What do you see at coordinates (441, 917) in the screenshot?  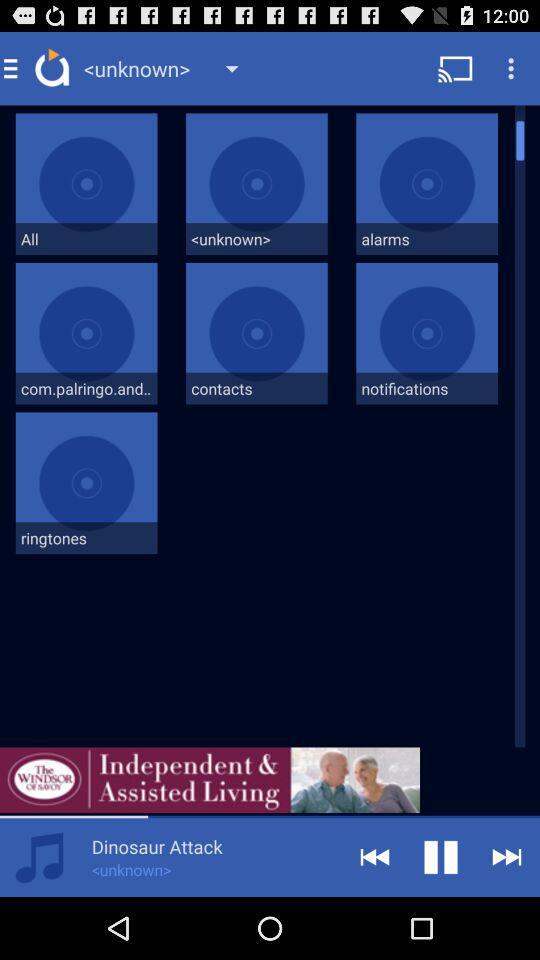 I see `the pause icon` at bounding box center [441, 917].